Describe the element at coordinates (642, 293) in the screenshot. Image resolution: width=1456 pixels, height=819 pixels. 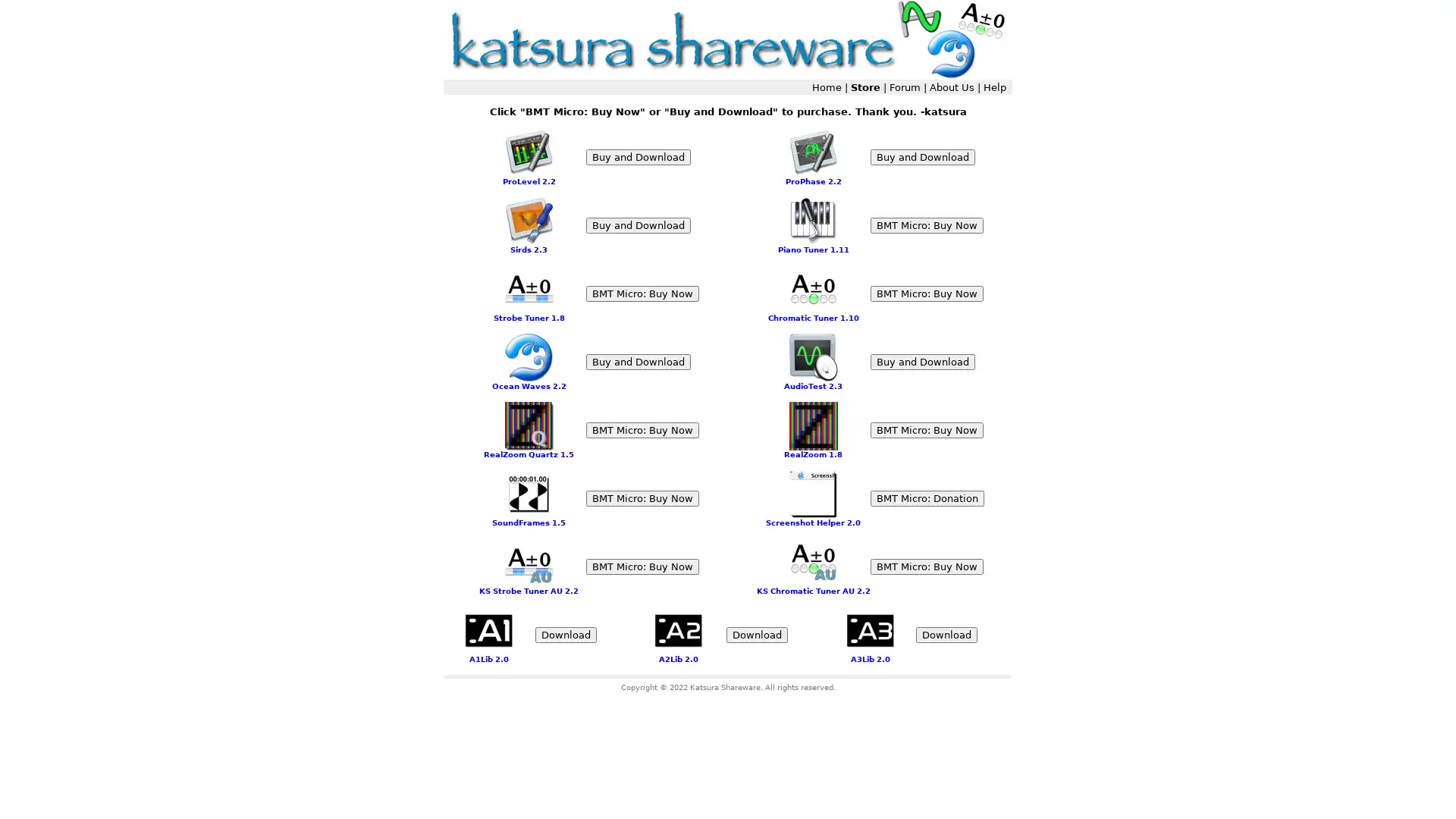
I see `BMT Micro: Buy Now` at that location.